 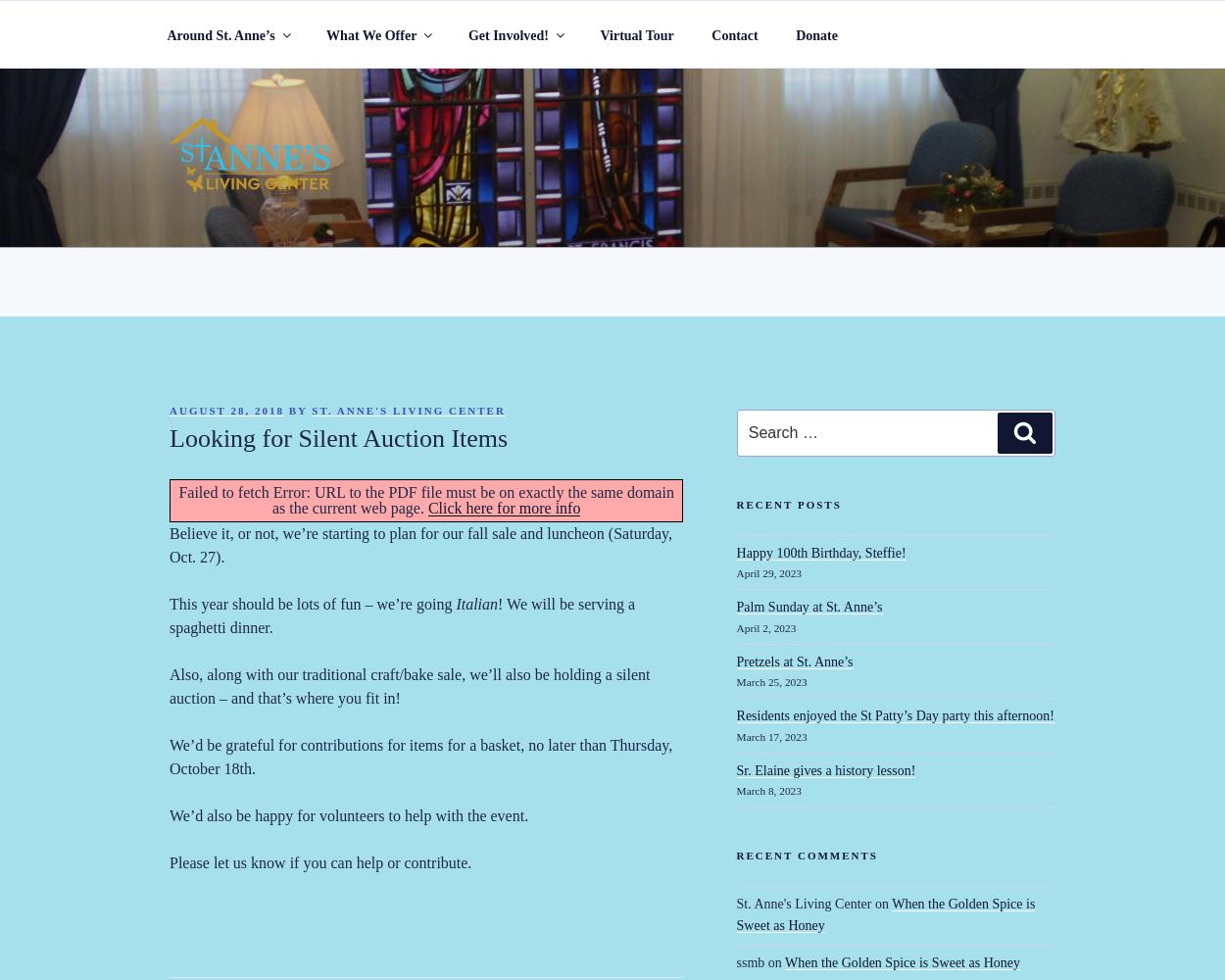 What do you see at coordinates (297, 411) in the screenshot?
I see `'by'` at bounding box center [297, 411].